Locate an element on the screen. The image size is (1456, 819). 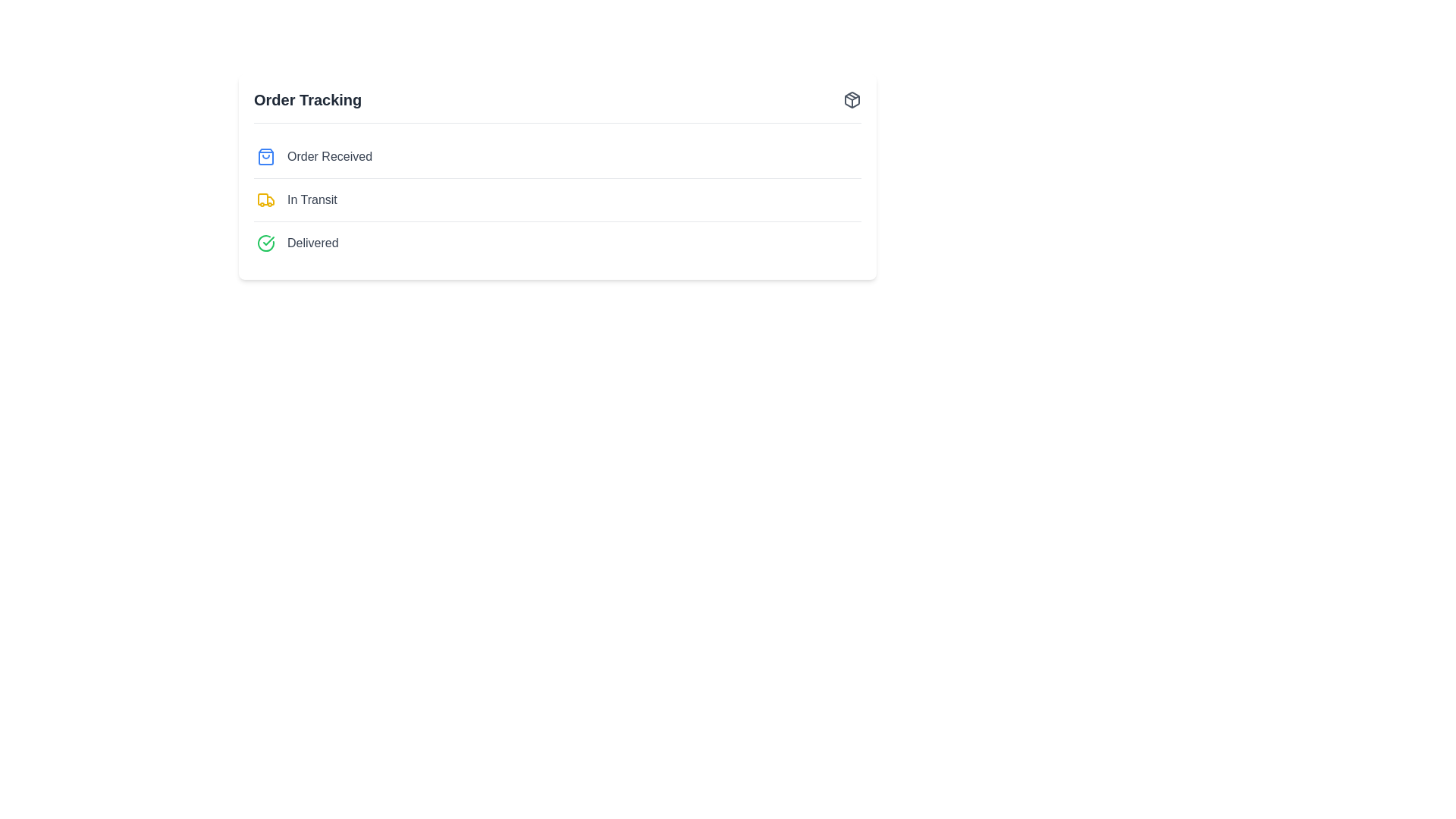
the order status item corresponding to Delivered is located at coordinates (312, 242).